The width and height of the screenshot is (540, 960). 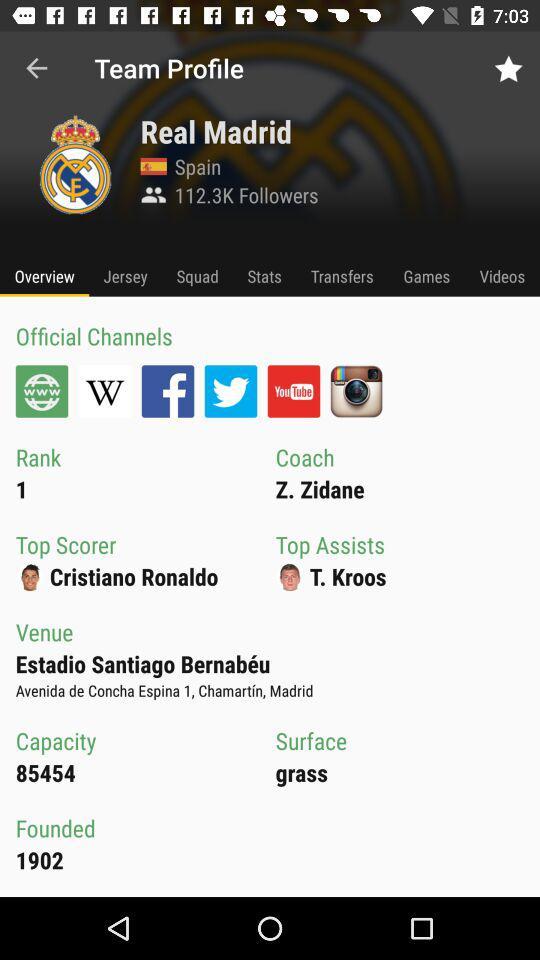 What do you see at coordinates (42, 390) in the screenshot?
I see `settings` at bounding box center [42, 390].